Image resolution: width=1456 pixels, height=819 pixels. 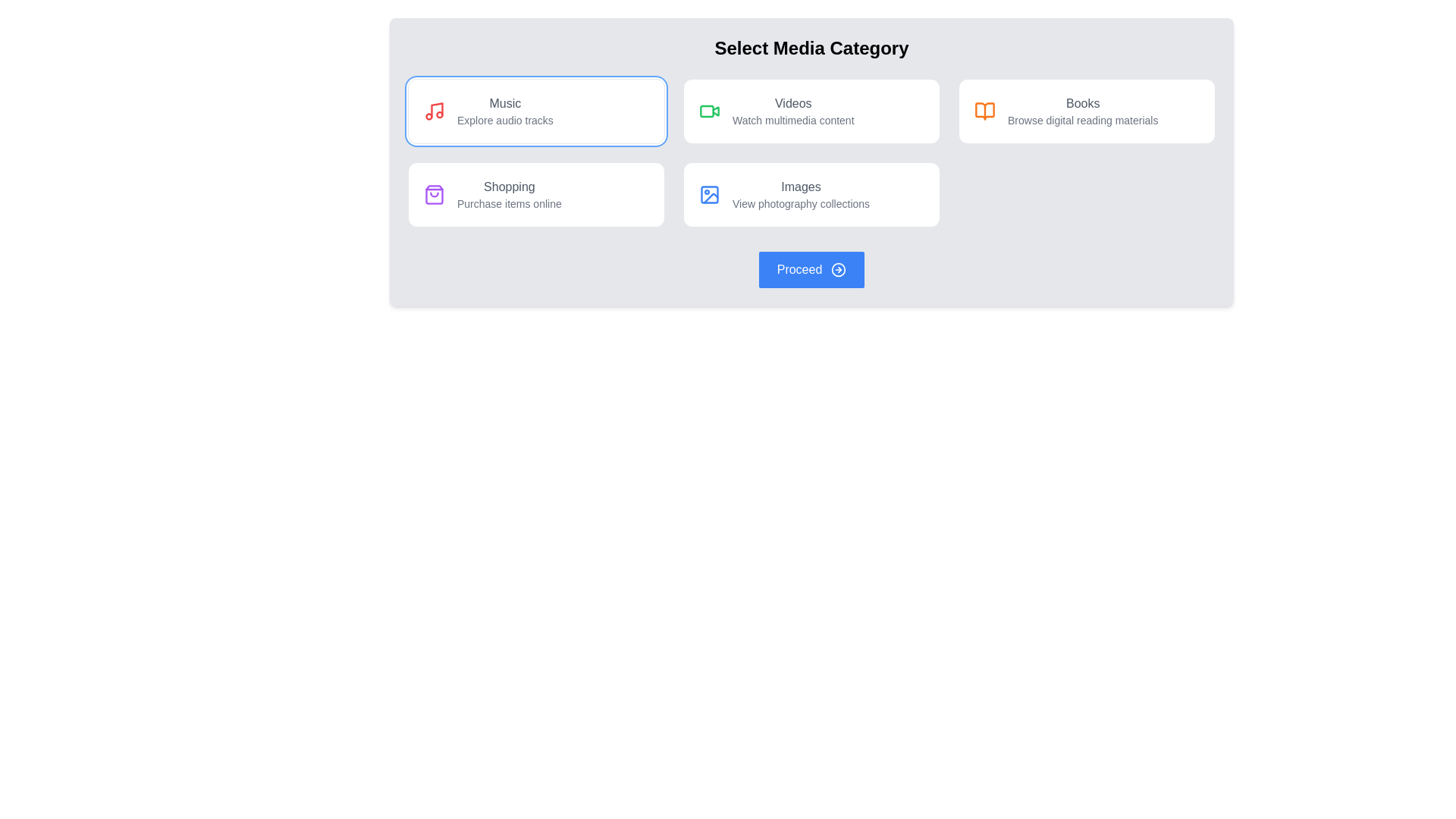 I want to click on the text label displaying 'View photography collections', which is located beneath the 'Images' label in the media category selection interface, so click(x=800, y=203).